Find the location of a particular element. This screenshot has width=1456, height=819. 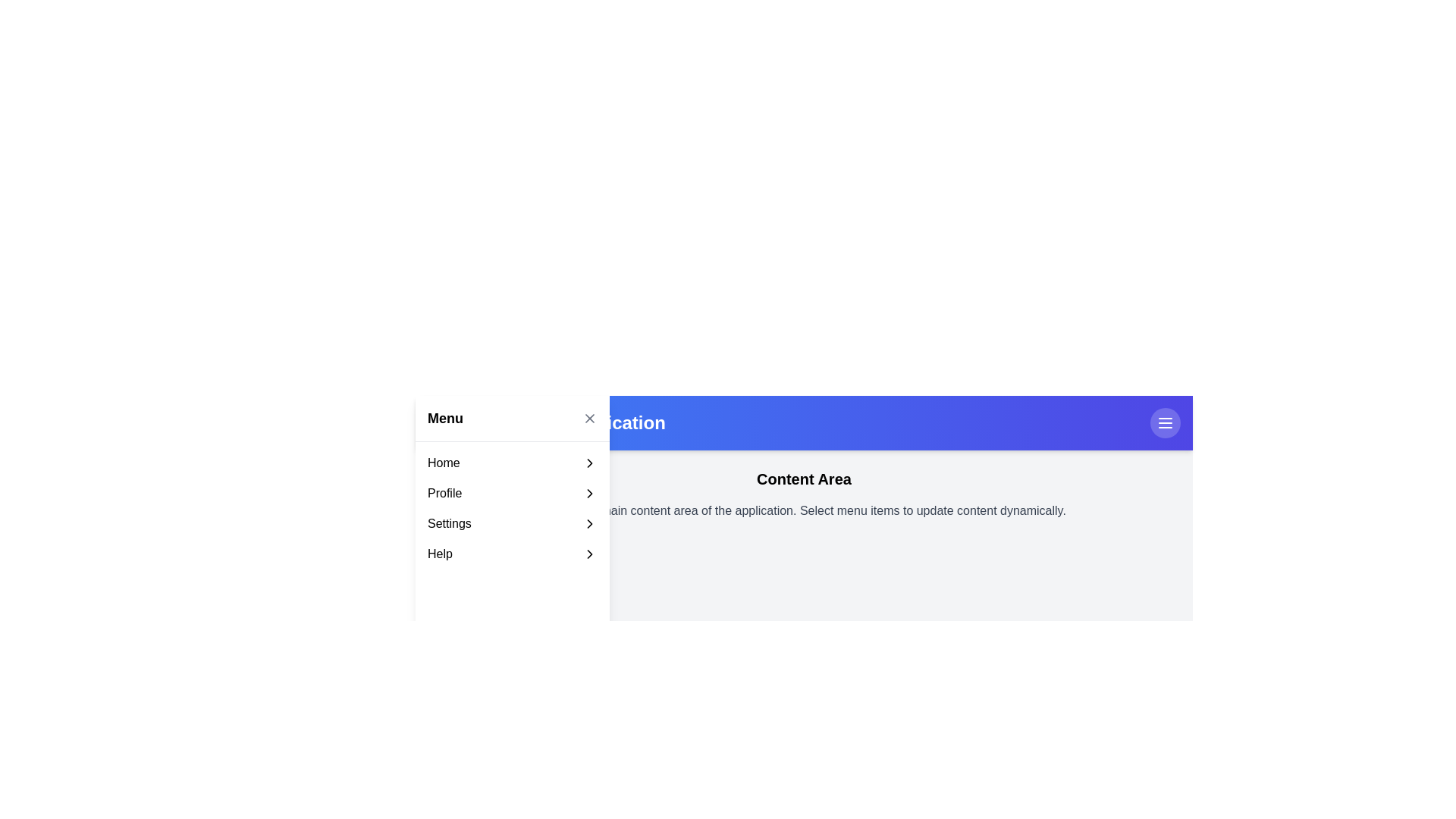

the rightward-pointing chevron icon located next to the 'Help' text in the menu is located at coordinates (588, 554).